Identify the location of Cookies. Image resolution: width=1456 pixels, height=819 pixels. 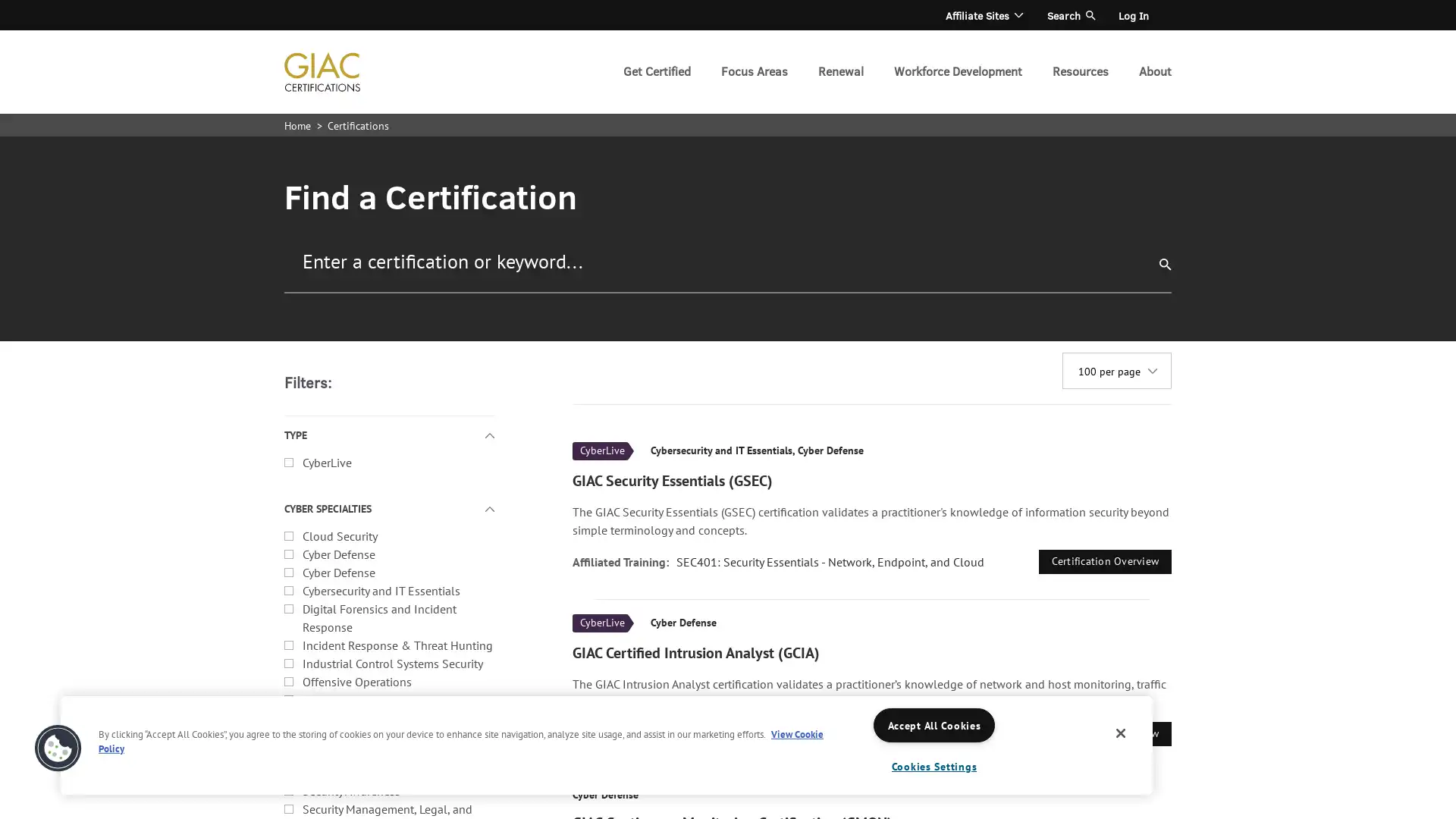
(58, 748).